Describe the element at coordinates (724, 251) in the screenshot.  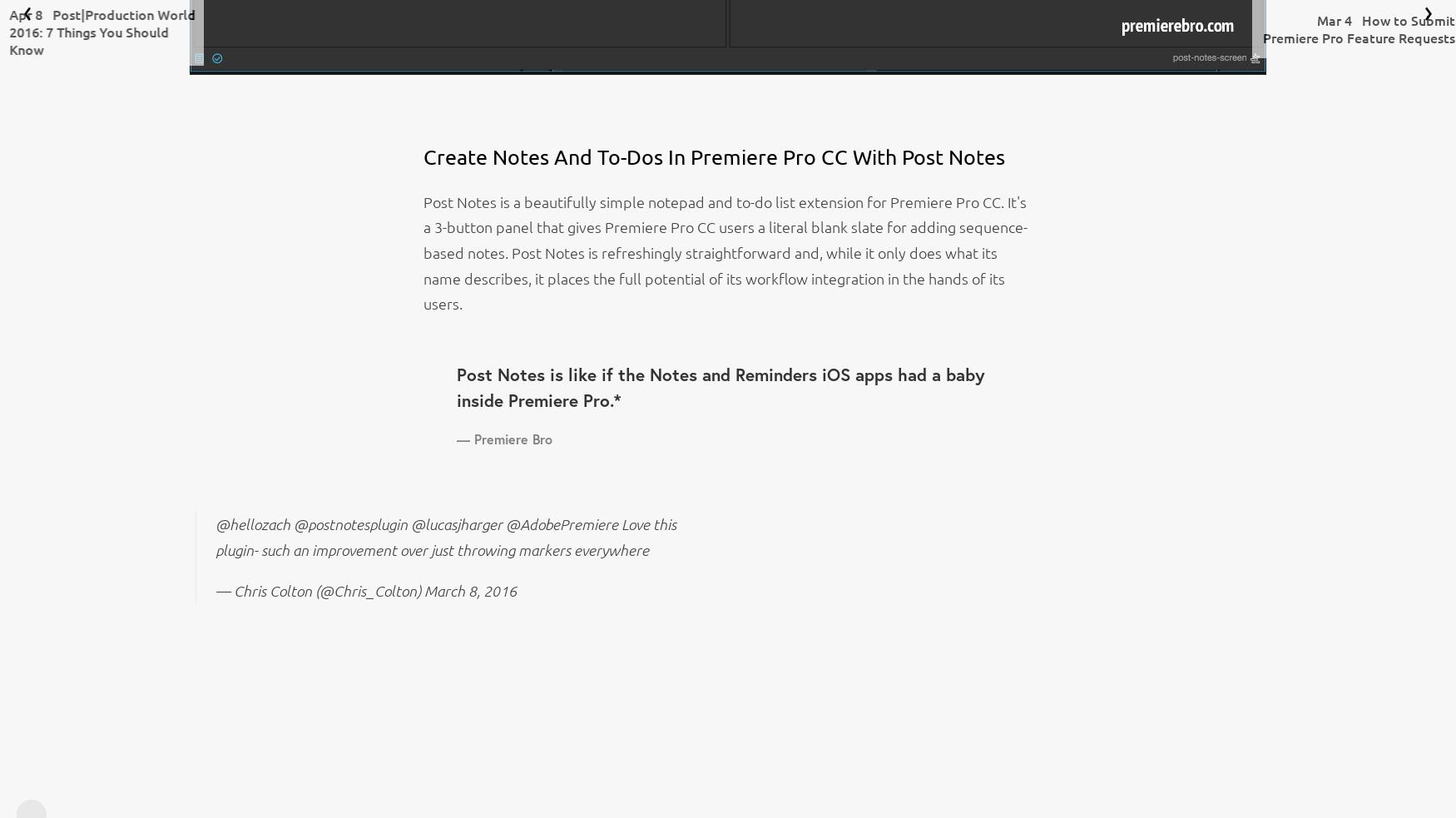
I see `'Post Notes is a beautifully simple notepad and to-do list extension for Premiere Pro CC. It's a 3-button panel that gives Premiere Pro CC users a literal blank slate for adding sequence-based notes. Post Notes is refreshingly straightforward and, while it only does what its name describes, it places the full potential of its workflow integration in the hands of its users.'` at that location.